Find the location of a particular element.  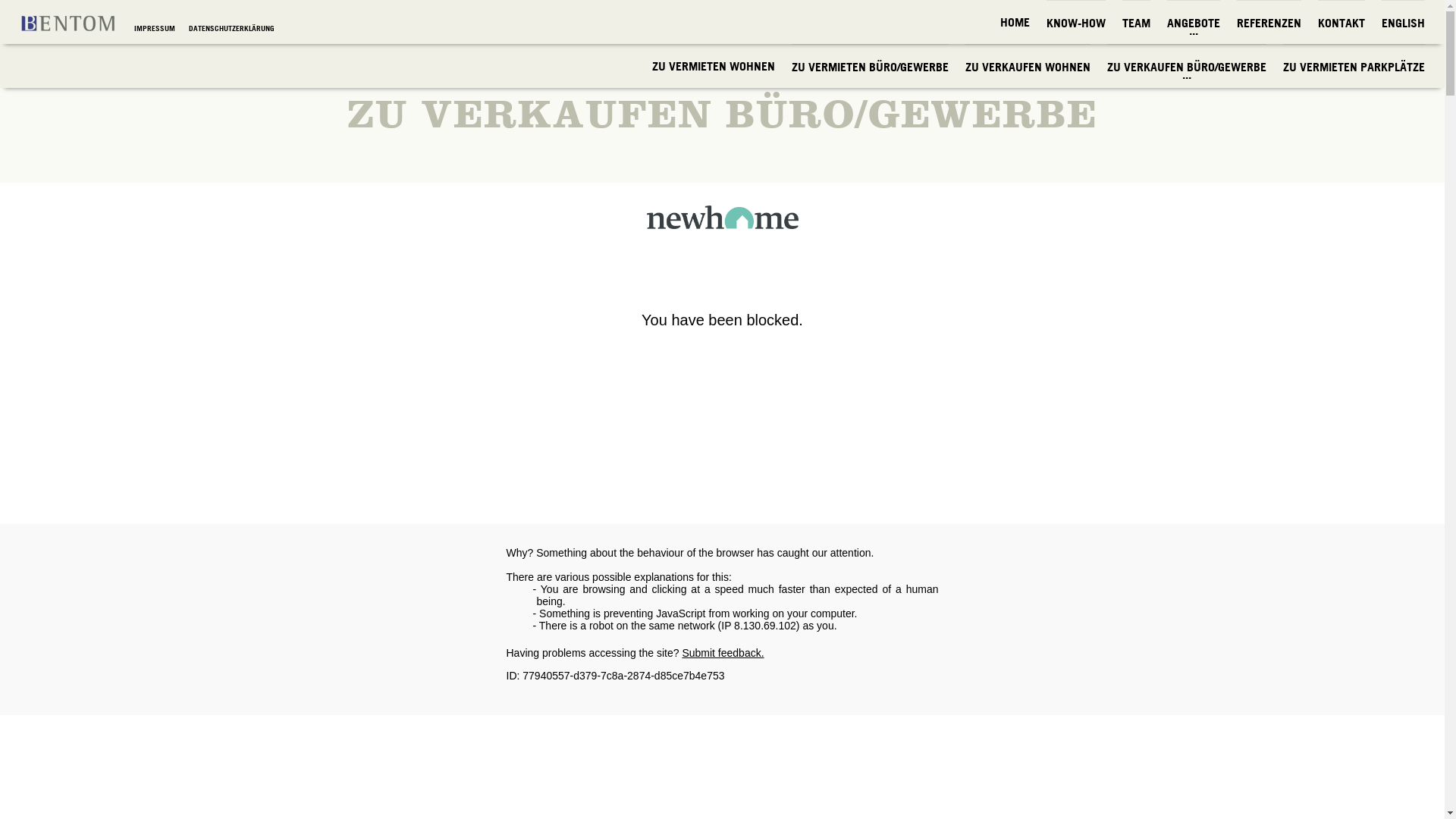

'IMPRESSUM' is located at coordinates (155, 28).